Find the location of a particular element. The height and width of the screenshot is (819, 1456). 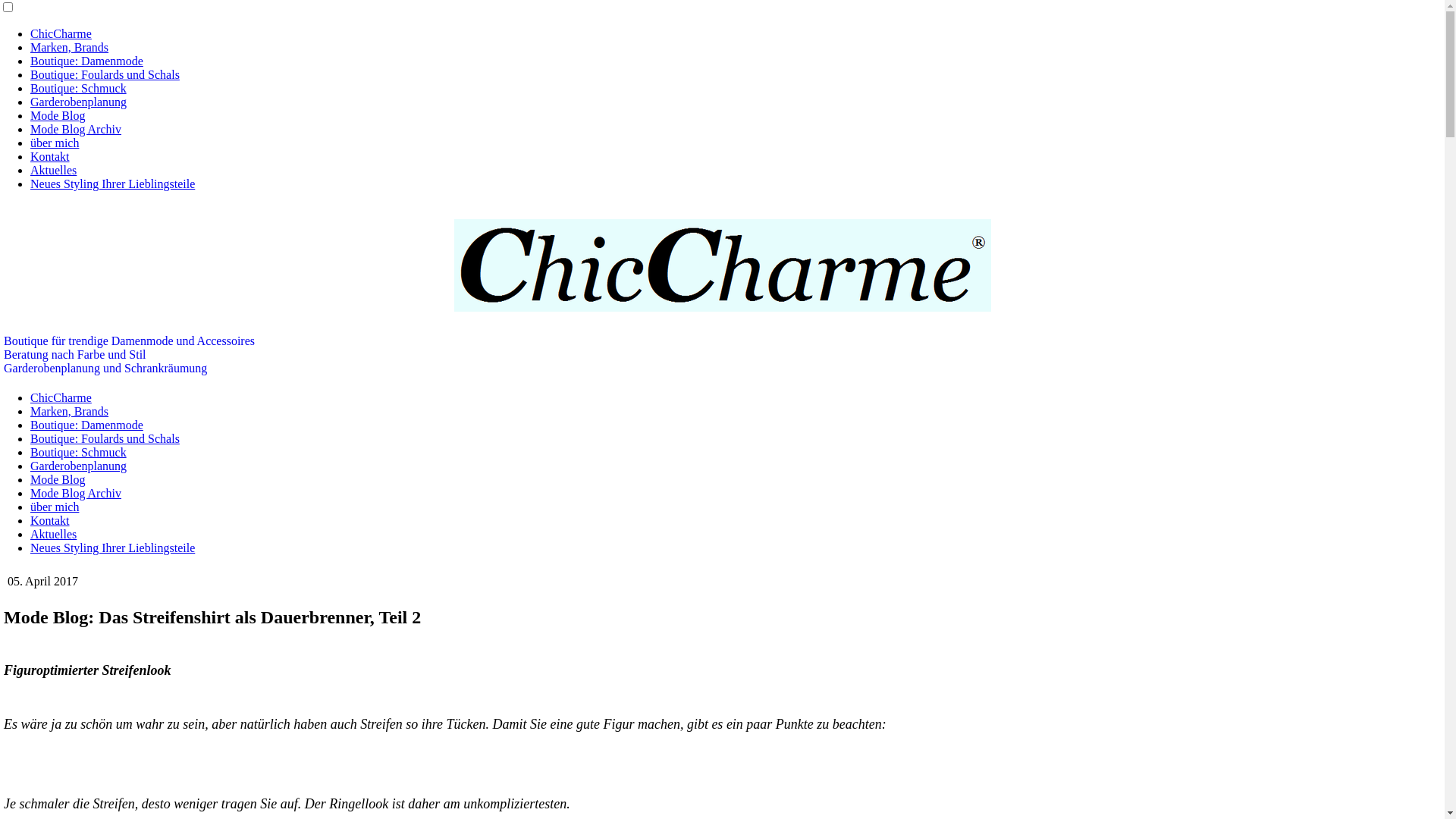

'Neues Styling Ihrer Lieblingsteile' is located at coordinates (111, 183).